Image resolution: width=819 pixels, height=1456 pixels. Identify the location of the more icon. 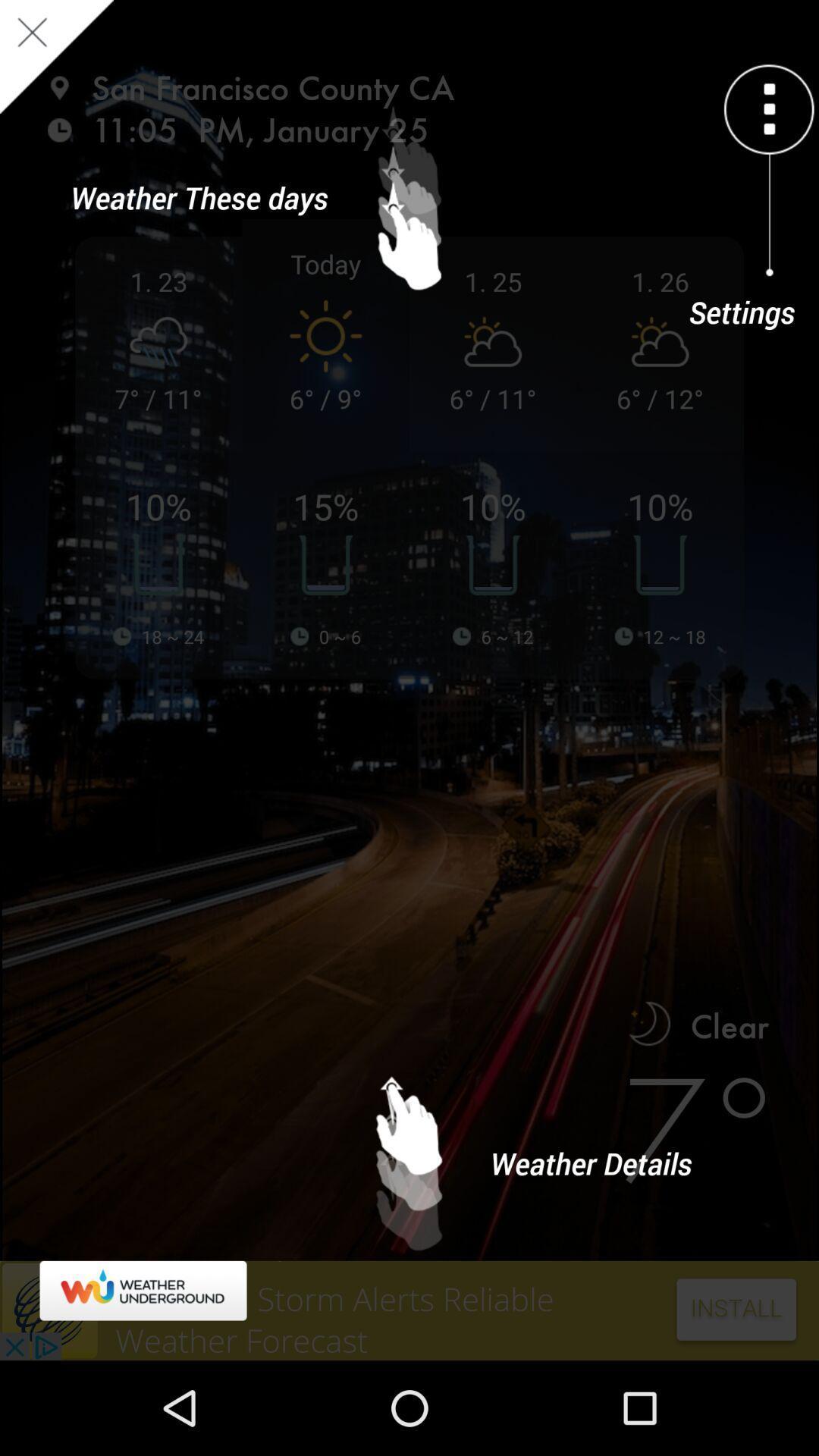
(769, 108).